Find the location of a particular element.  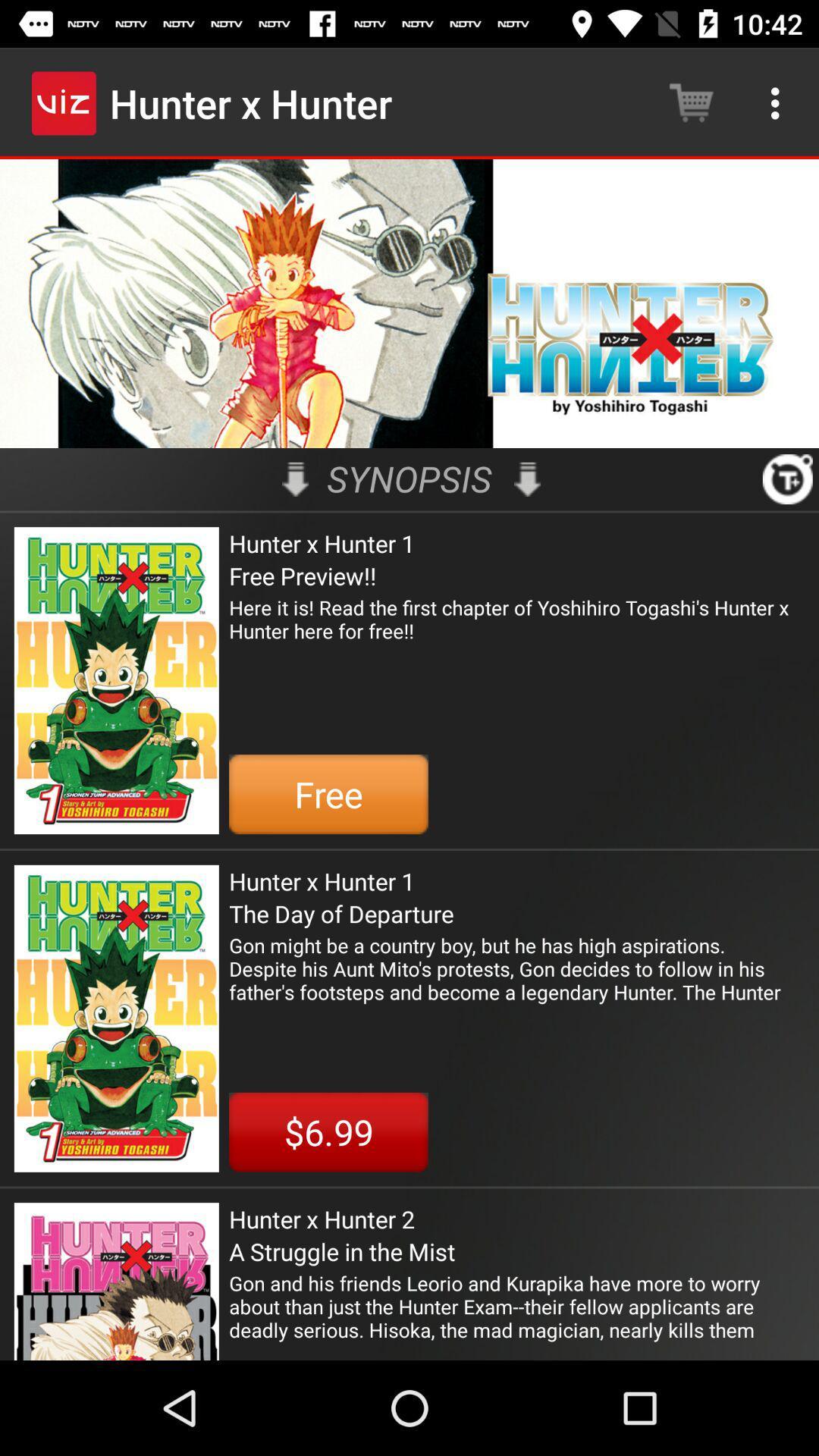

the icon next to the synopsis item is located at coordinates (295, 479).